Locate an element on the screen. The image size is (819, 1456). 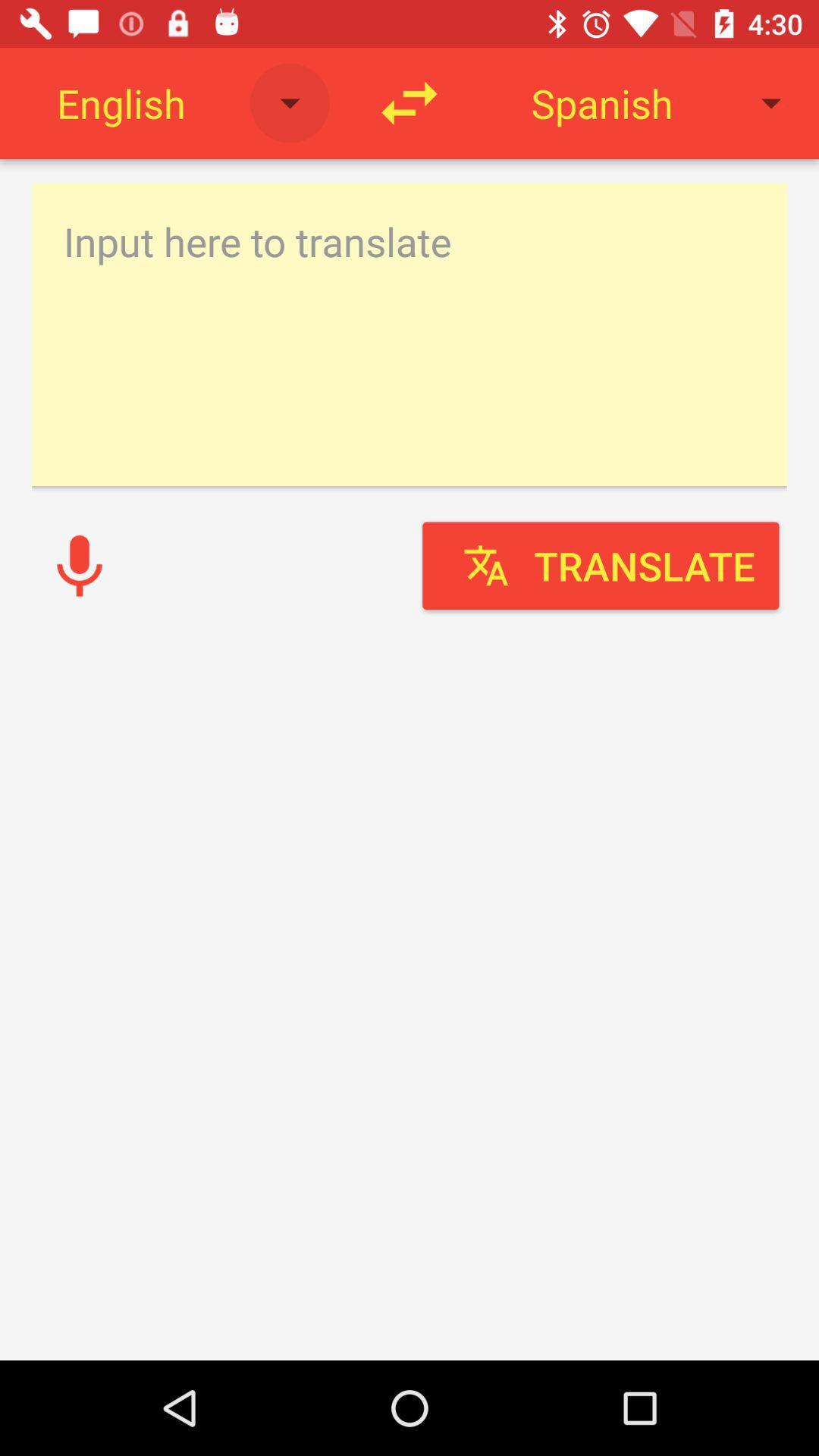
microphone button is located at coordinates (79, 565).